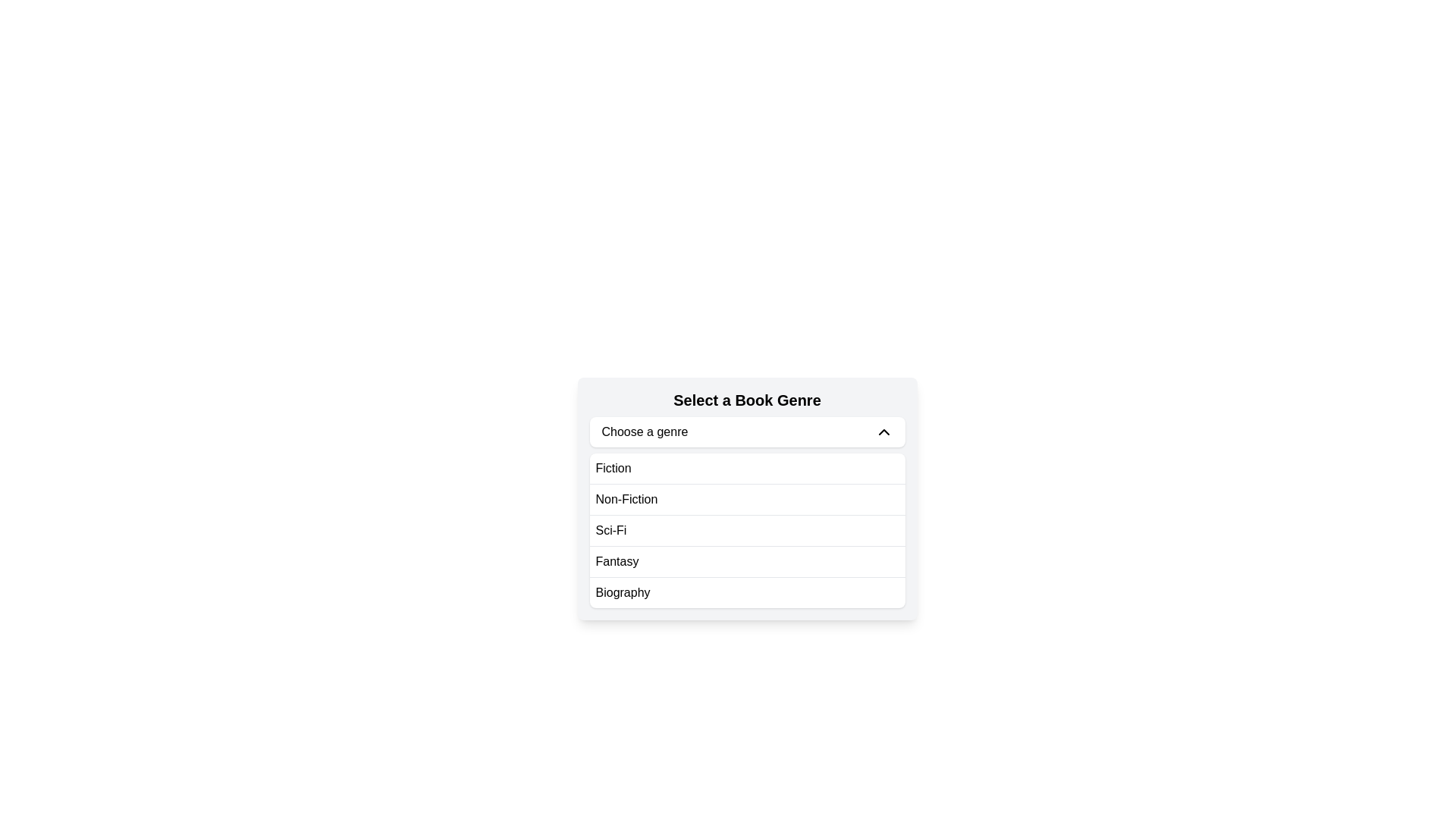 The image size is (1456, 819). What do you see at coordinates (747, 591) in the screenshot?
I see `the fifth and last item in the dropdown menu labeled 'Select a Book Genre'` at bounding box center [747, 591].